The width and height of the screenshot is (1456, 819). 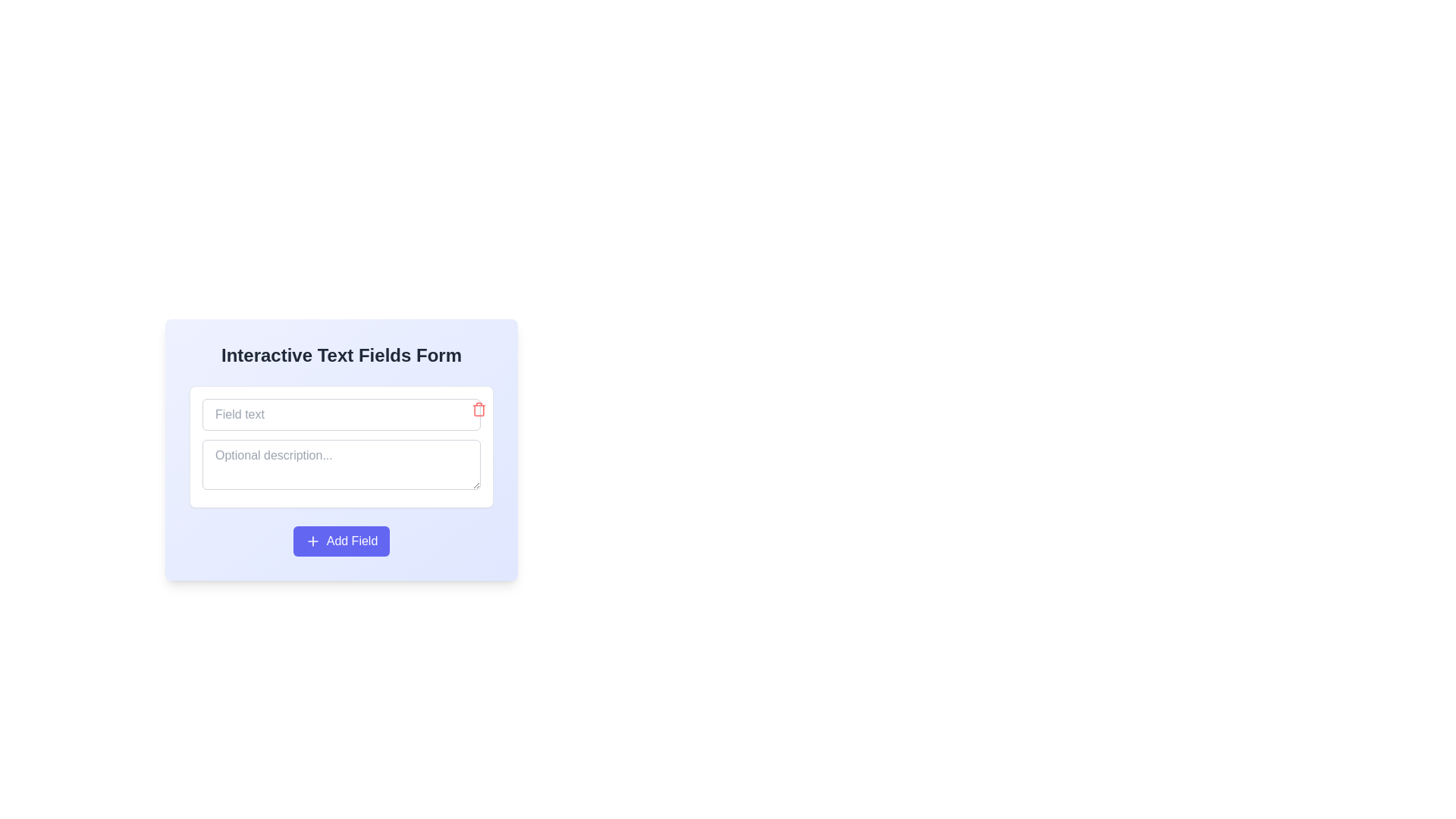 I want to click on the trash icon button with red coloring located at the top-right corner of the interactive text field labeled 'Field text', so click(x=479, y=409).